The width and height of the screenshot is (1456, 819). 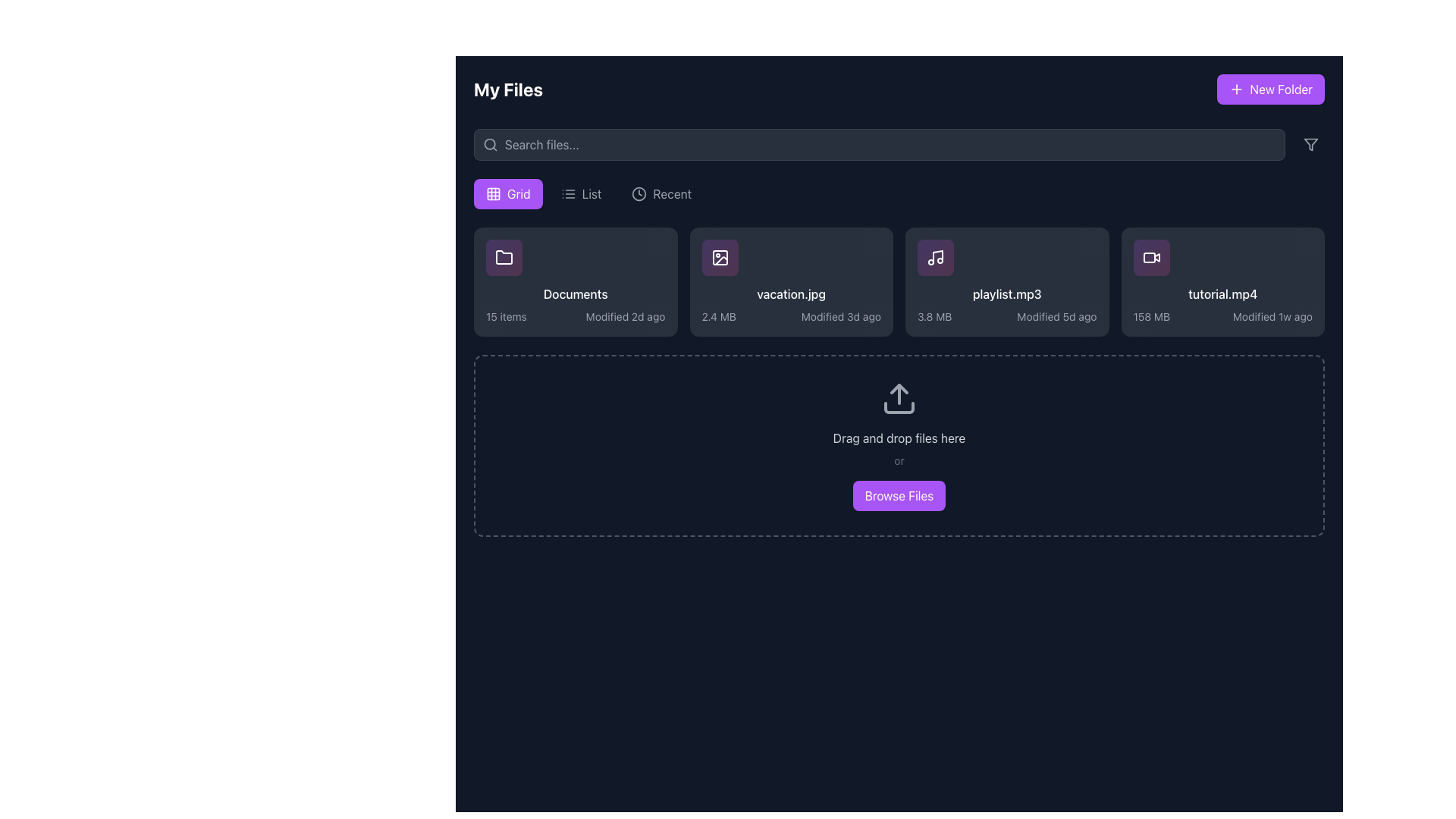 What do you see at coordinates (934, 256) in the screenshot?
I see `the audio file icon representing 'playlist.mp3' located in the file preview grid near the top center of the interface` at bounding box center [934, 256].